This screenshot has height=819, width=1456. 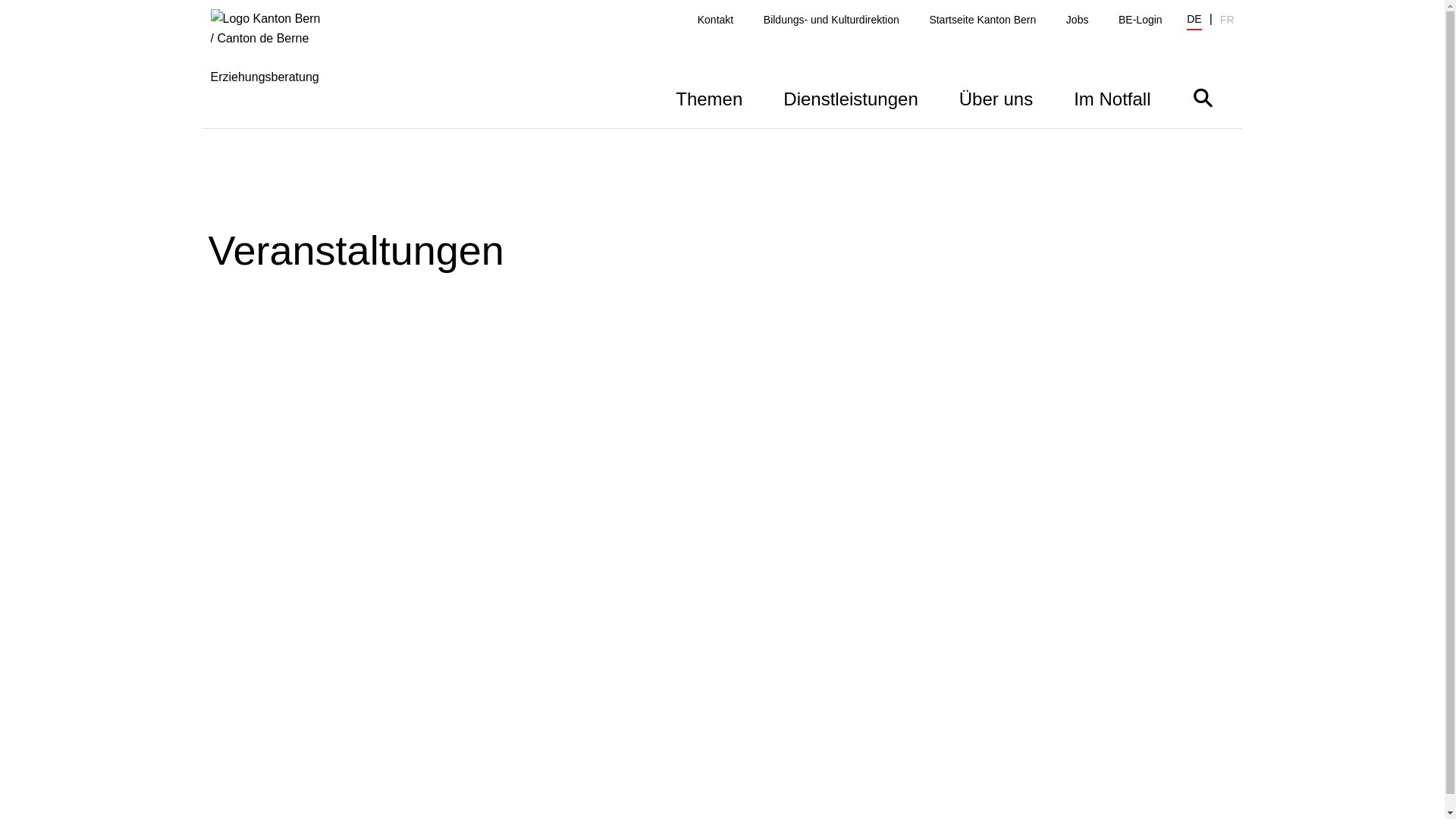 I want to click on 'Im Notfall', so click(x=1112, y=97).